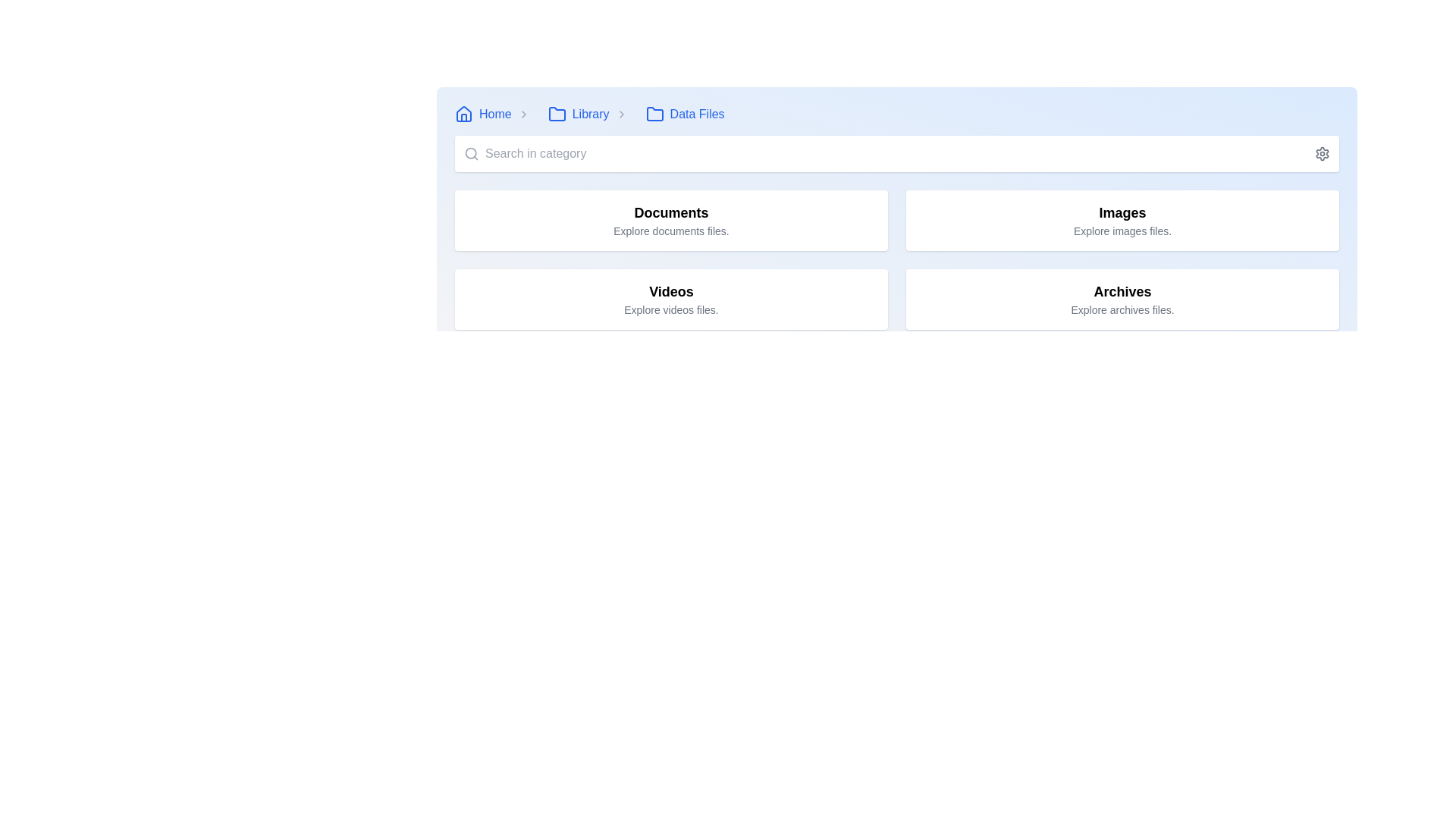  Describe the element at coordinates (482, 113) in the screenshot. I see `the hyperlink in the breadcrumb navigation` at that location.